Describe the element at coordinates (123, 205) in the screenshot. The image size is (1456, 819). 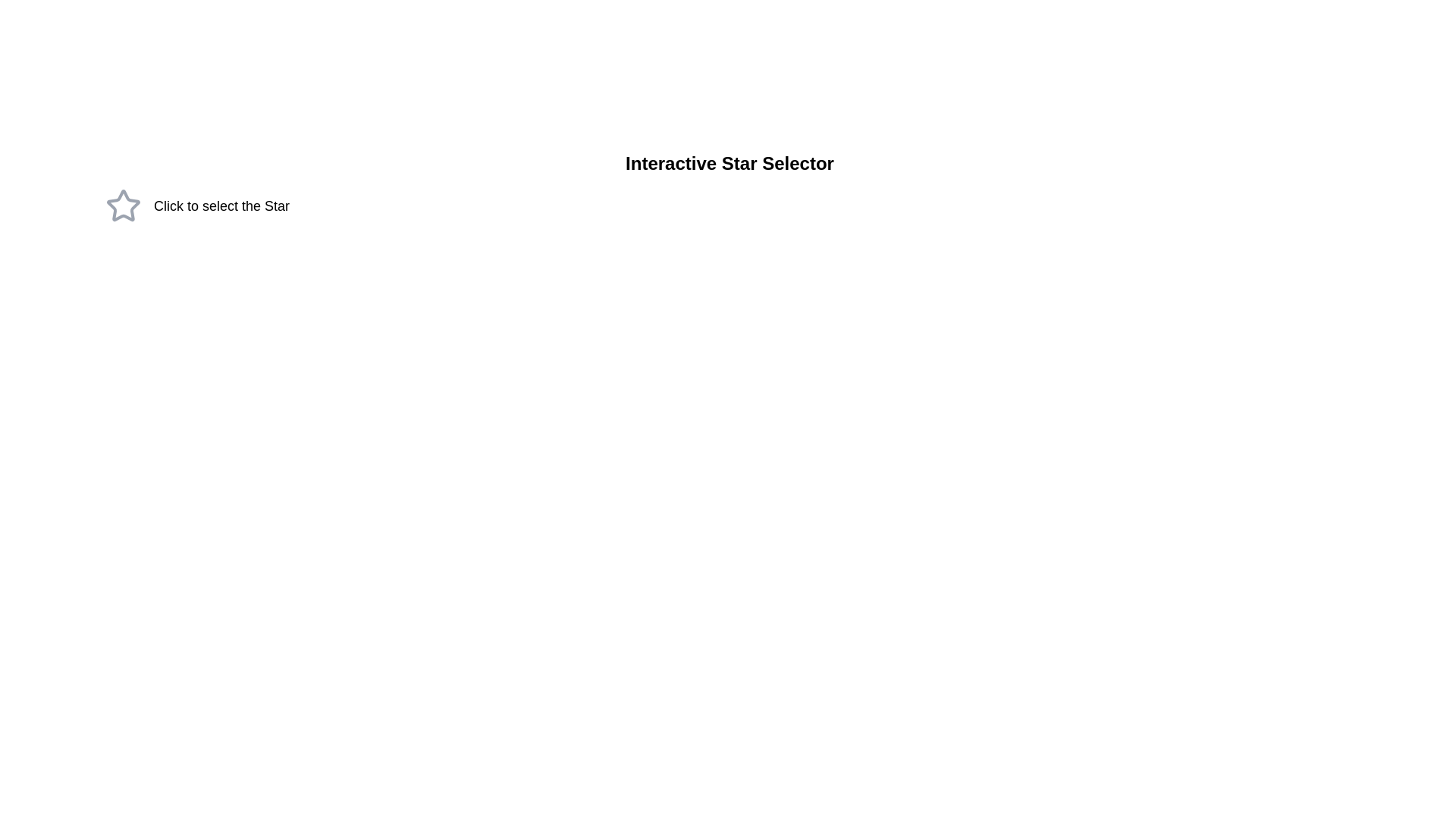
I see `the star-shaped icon with a gray outline located next to the text 'Click` at that location.